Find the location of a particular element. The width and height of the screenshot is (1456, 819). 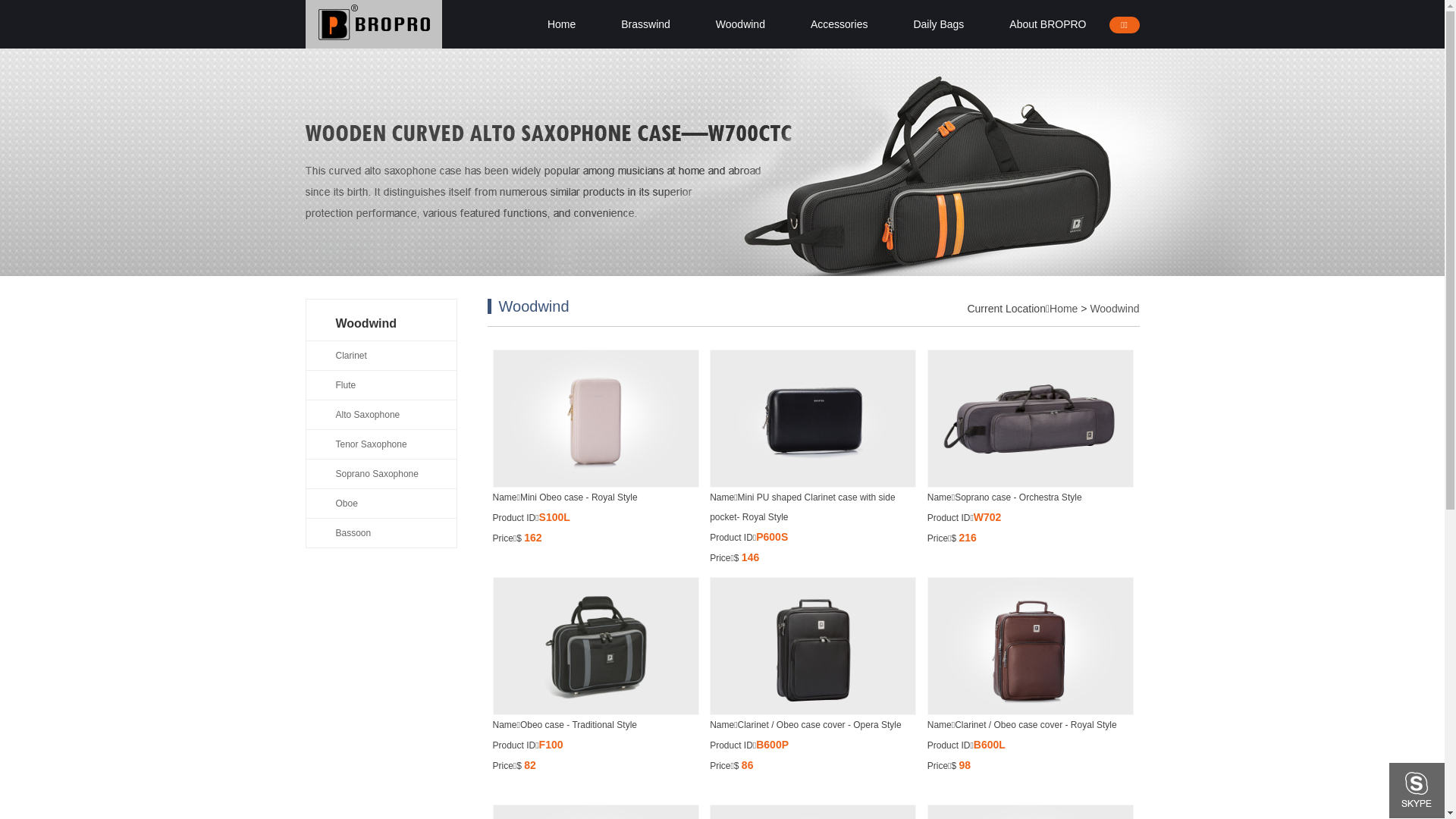

'Tenor Saxophone' is located at coordinates (380, 444).